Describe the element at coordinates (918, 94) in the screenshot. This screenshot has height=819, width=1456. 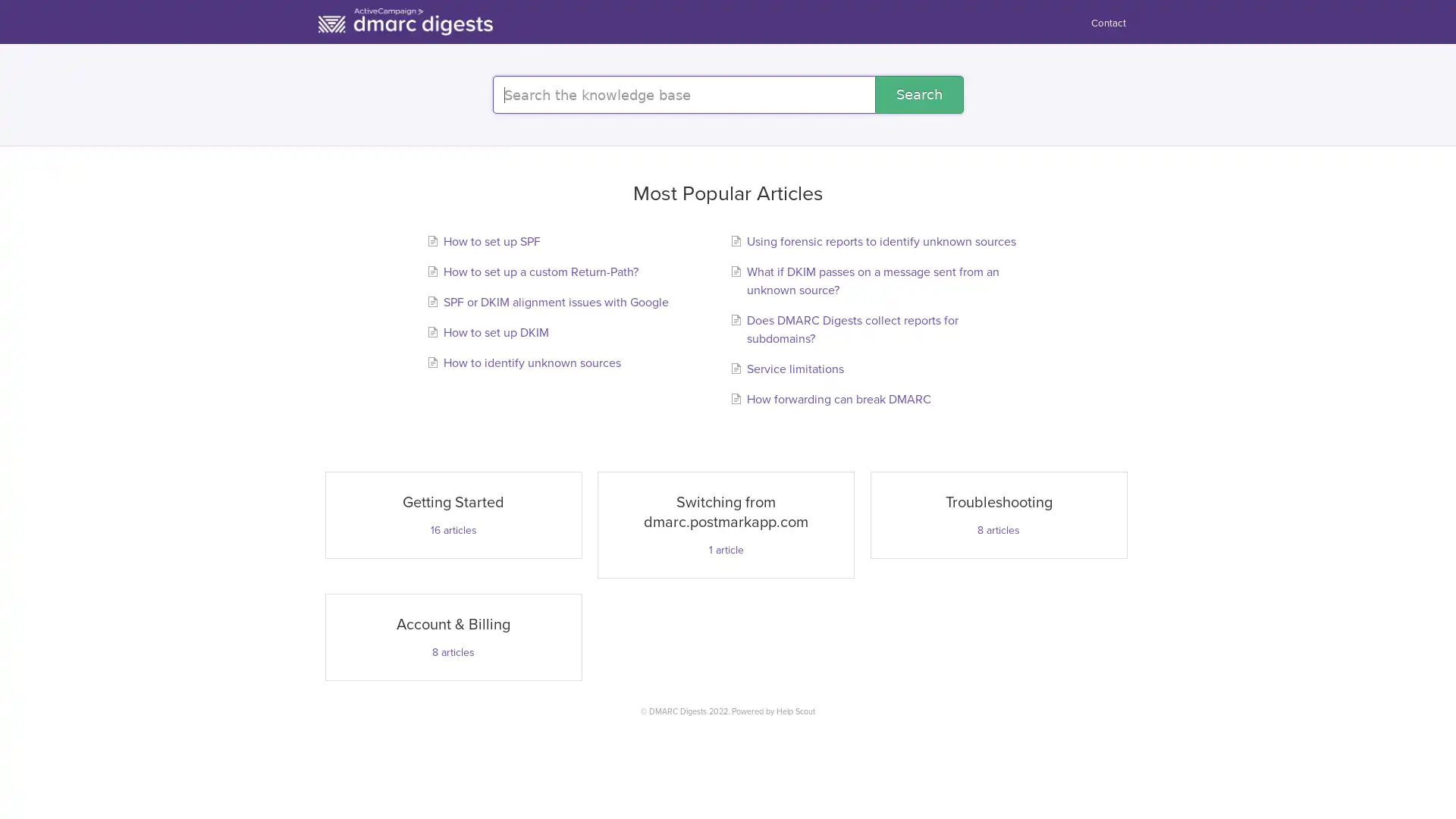
I see `Search` at that location.